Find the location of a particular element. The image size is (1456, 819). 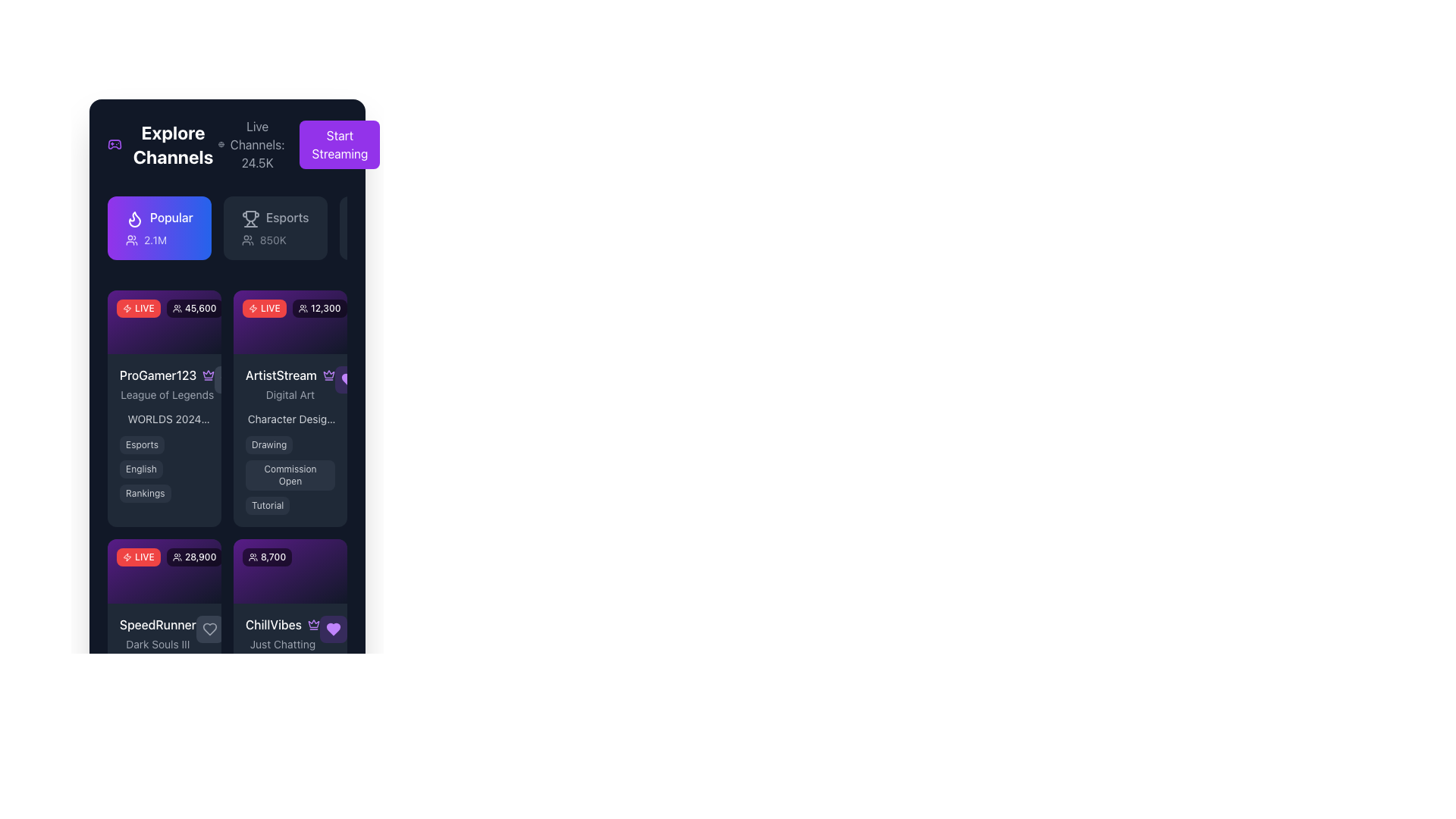

the 'Start Streaming' button with a vibrant purple background located in the header section, positioned between 'Explore Channels' and the 'Start Streaming' button, to trigger the hover effect is located at coordinates (299, 145).